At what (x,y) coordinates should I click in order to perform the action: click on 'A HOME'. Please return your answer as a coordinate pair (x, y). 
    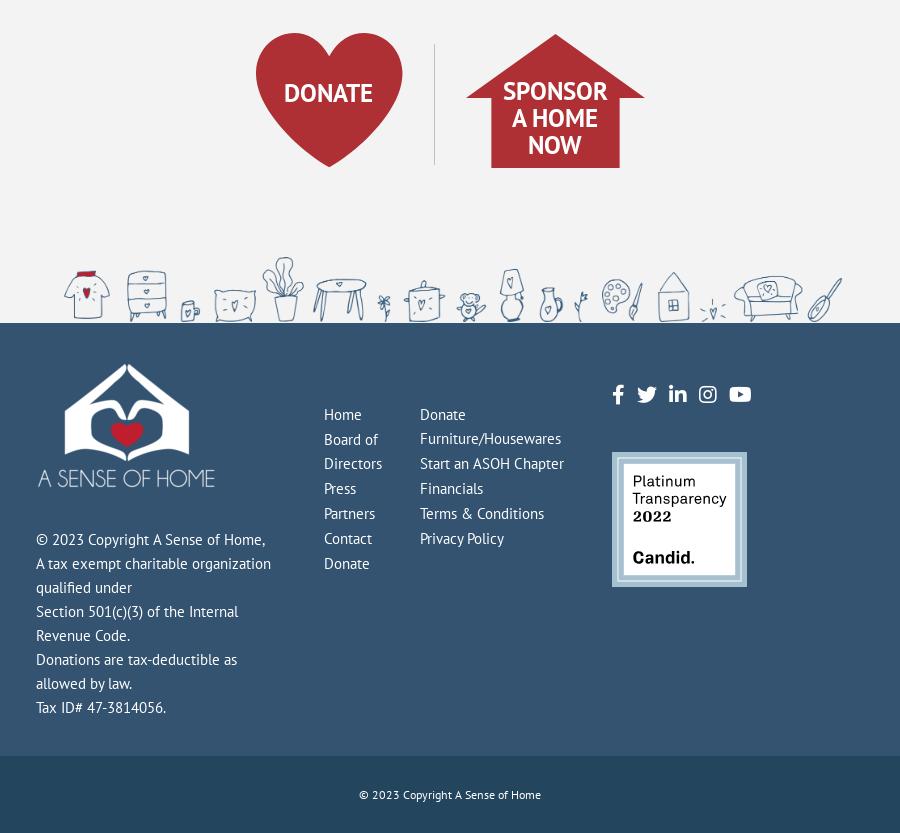
    Looking at the image, I should click on (510, 116).